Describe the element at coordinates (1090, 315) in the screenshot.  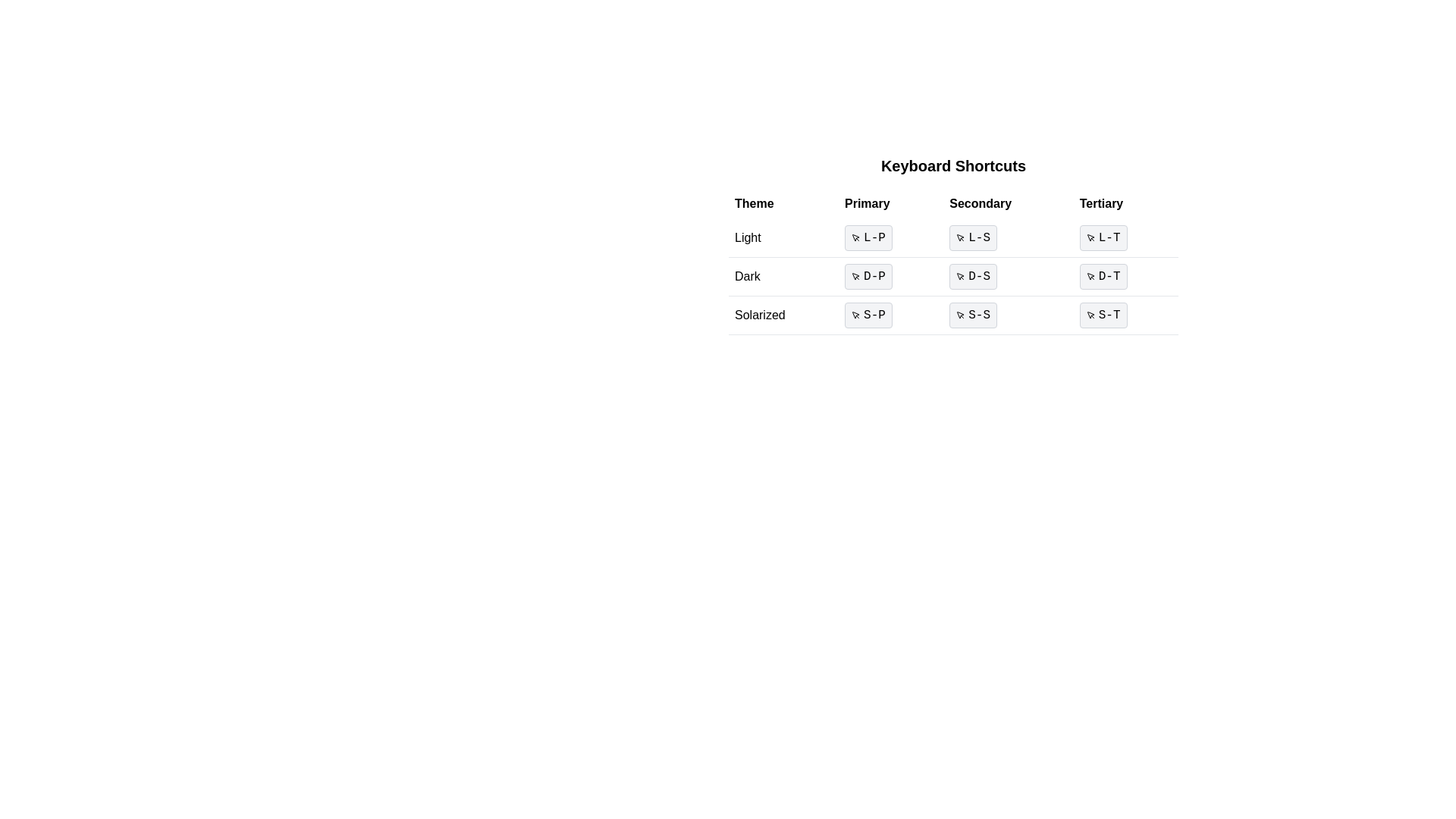
I see `the small icon resembling a mouse pointer arrow, located inside the 'S-T' button in the Keyboard Shortcuts section, positioned in the third row and third column of the grid layout` at that location.